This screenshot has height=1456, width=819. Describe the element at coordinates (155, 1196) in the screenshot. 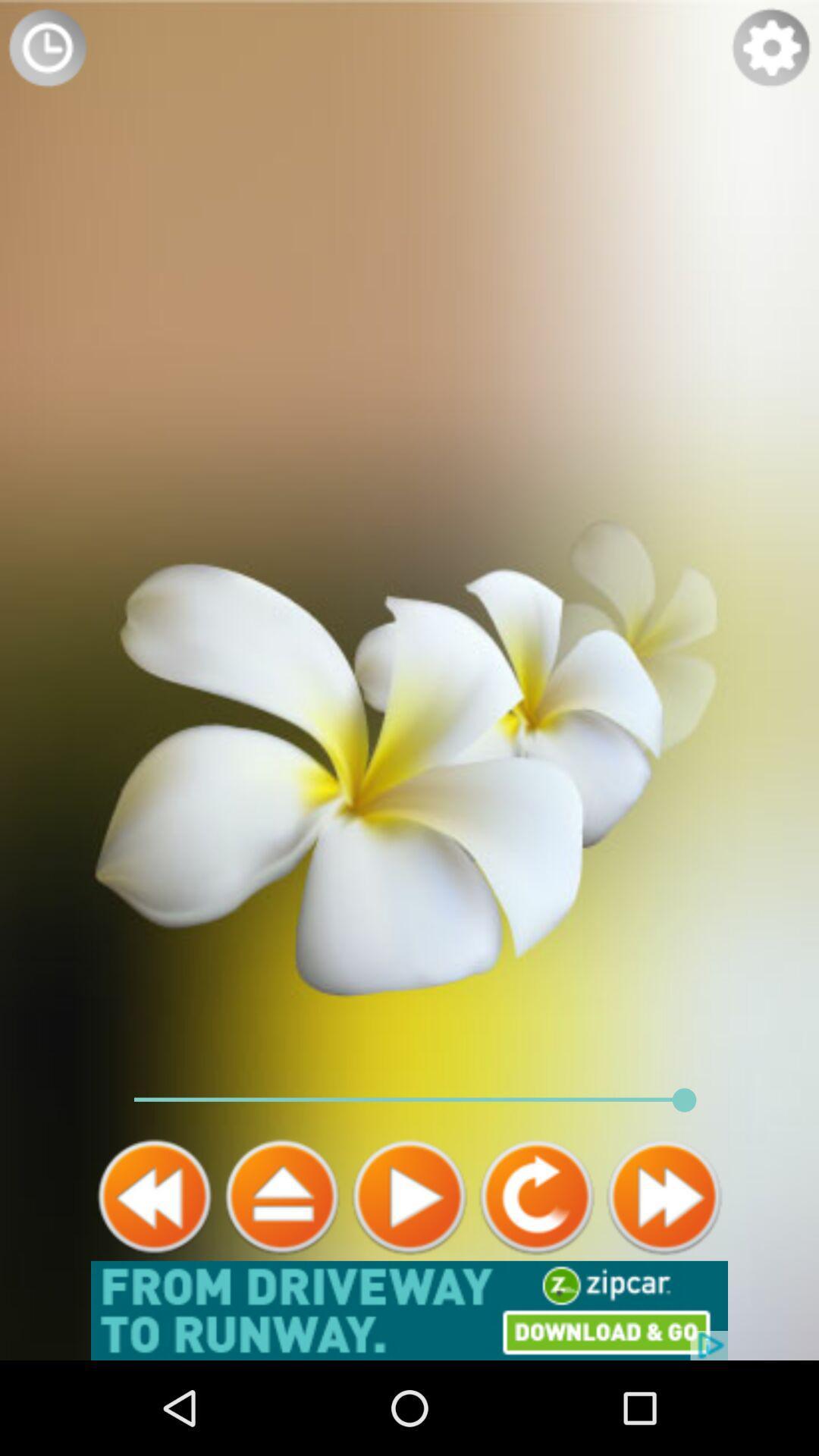

I see `good` at that location.